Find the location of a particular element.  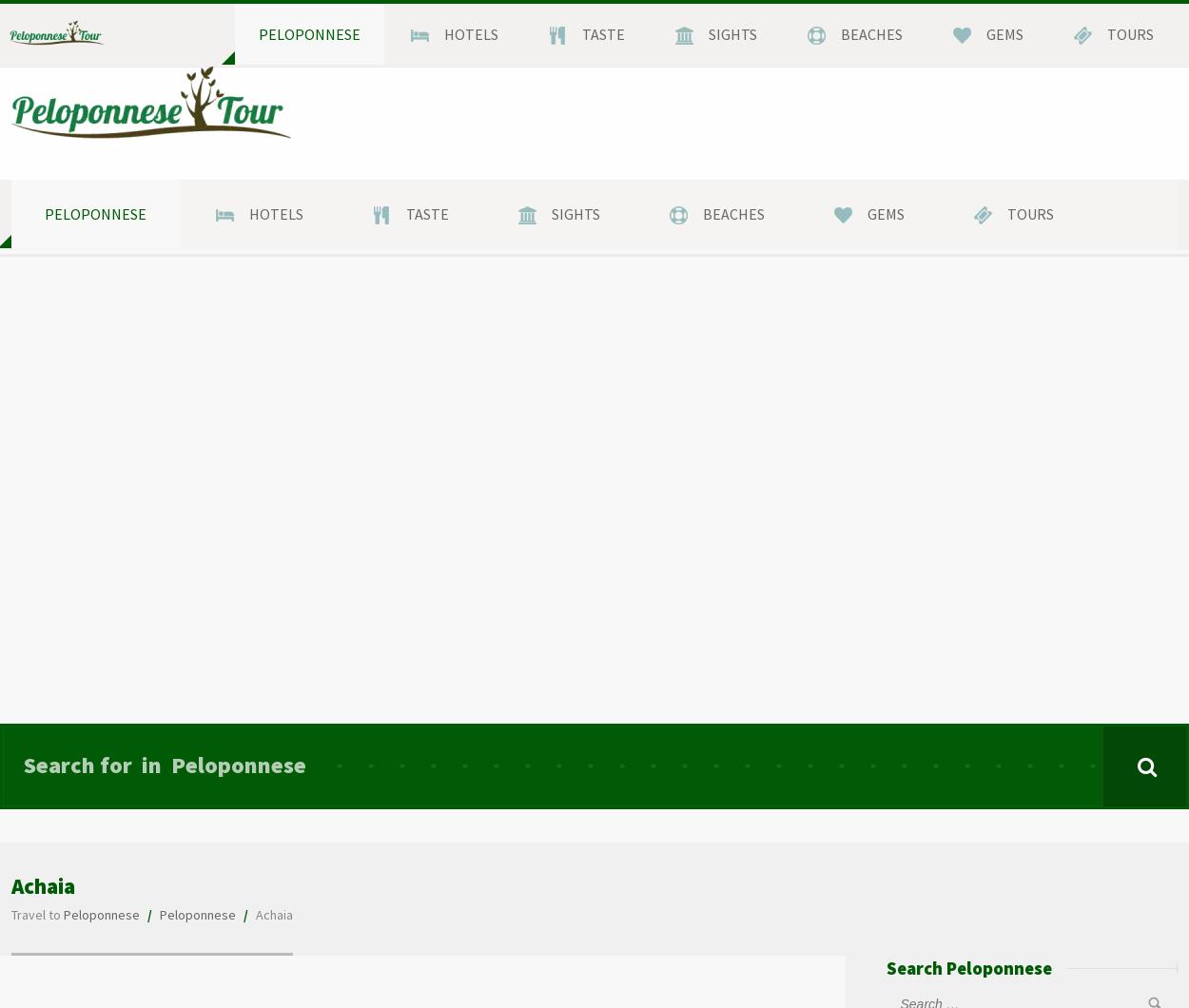

'Beaches' is located at coordinates (733, 213).